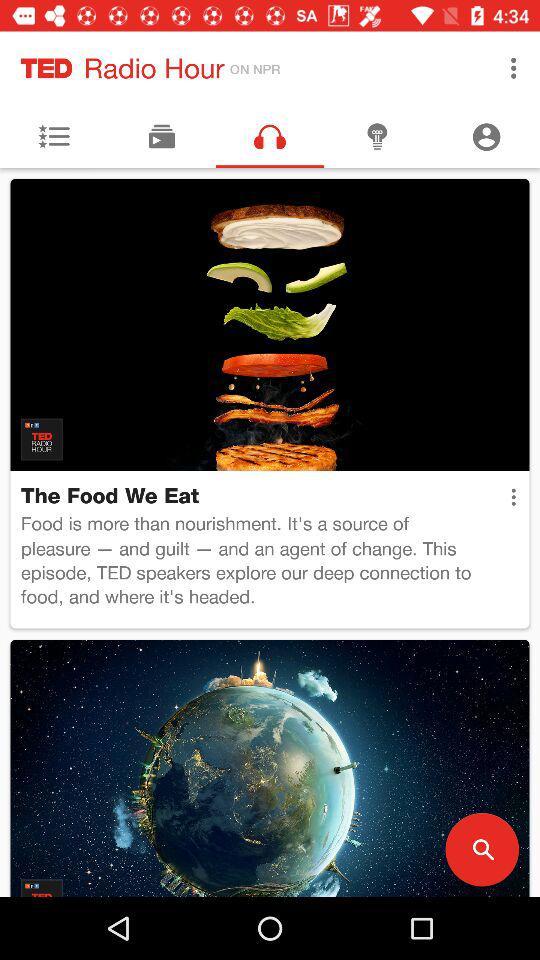 Image resolution: width=540 pixels, height=960 pixels. I want to click on item next to food is more icon, so click(513, 496).